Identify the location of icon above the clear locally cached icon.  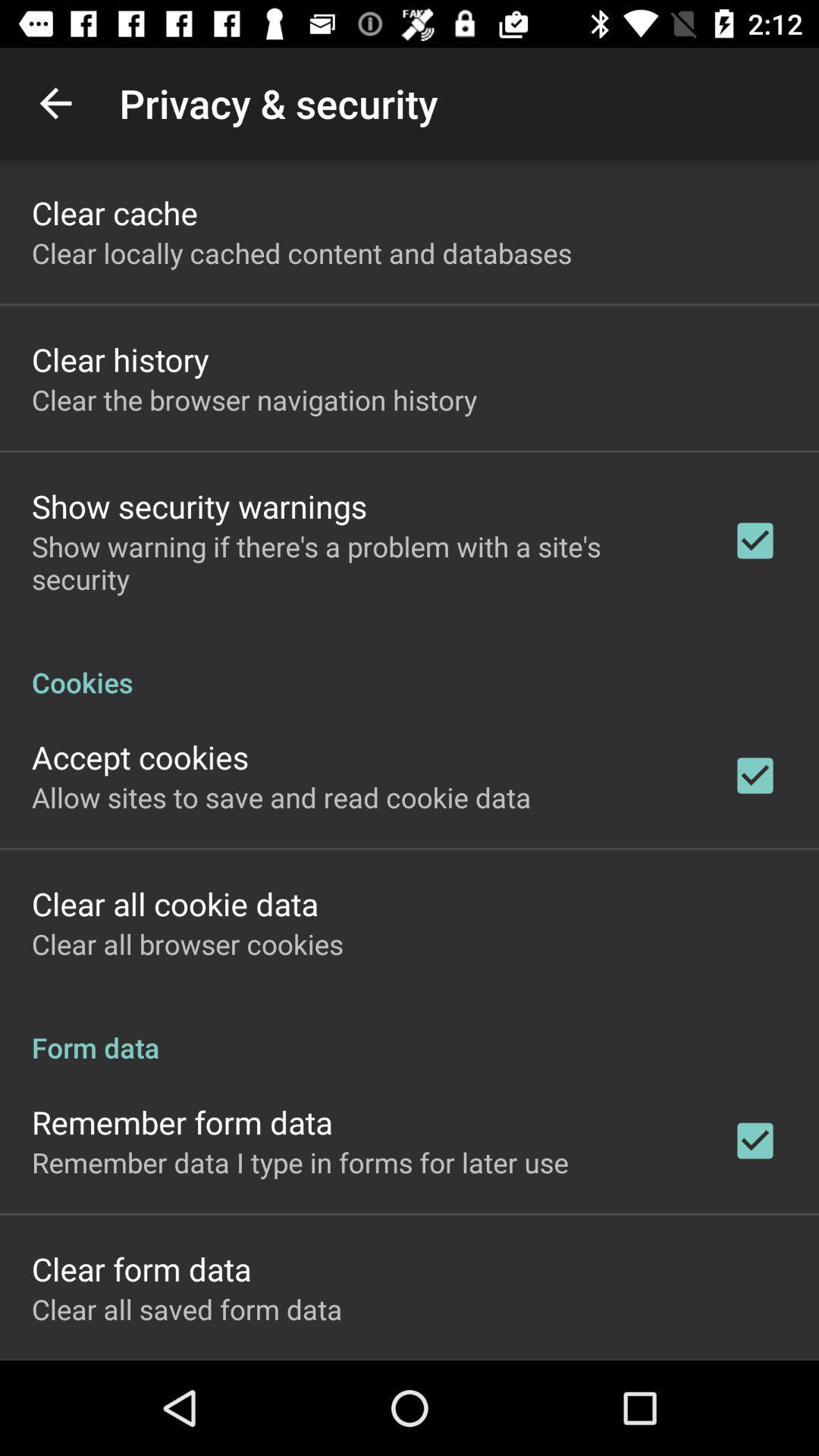
(114, 212).